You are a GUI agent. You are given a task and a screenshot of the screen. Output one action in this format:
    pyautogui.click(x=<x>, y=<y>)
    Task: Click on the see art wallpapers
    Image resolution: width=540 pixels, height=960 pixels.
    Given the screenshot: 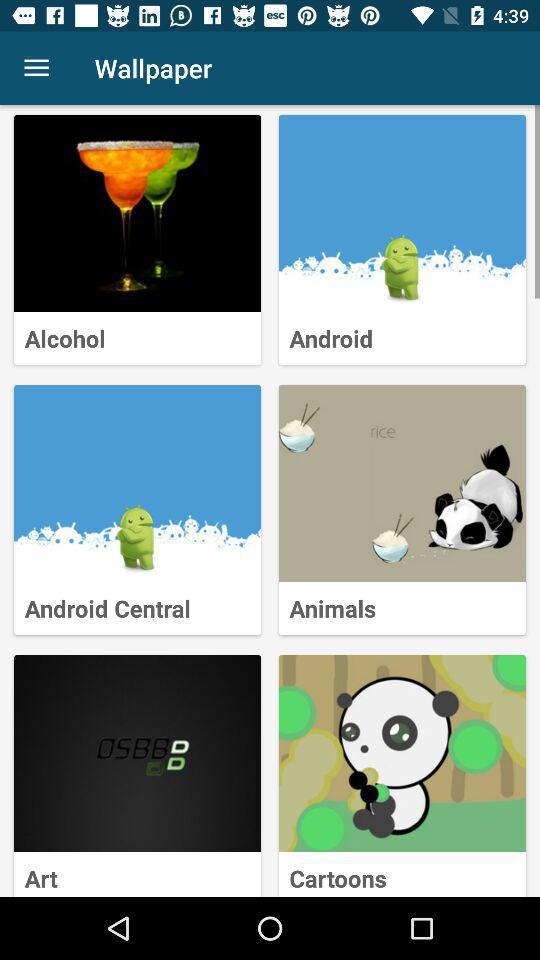 What is the action you would take?
    pyautogui.click(x=136, y=752)
    